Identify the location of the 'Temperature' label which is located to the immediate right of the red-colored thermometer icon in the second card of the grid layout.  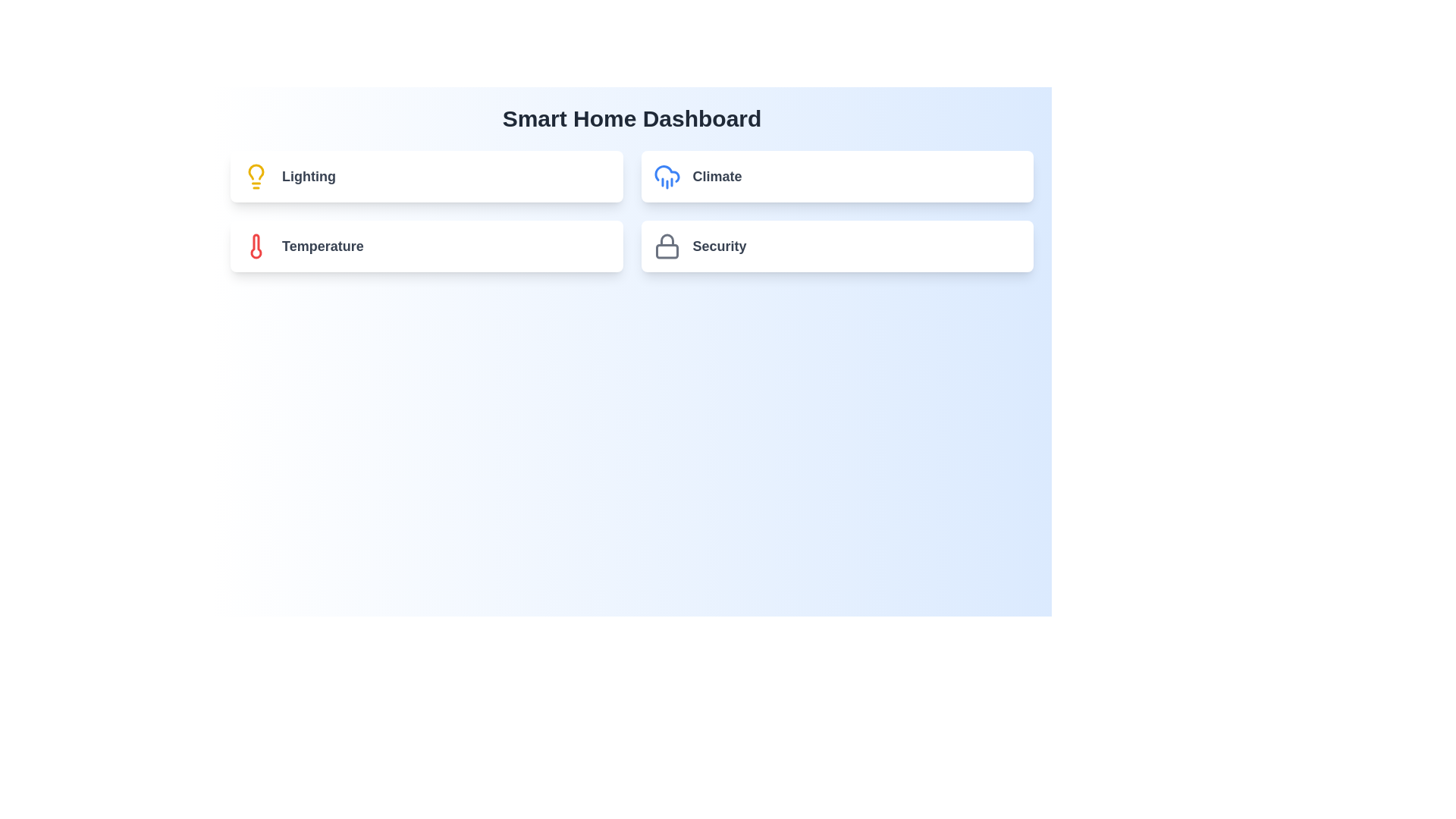
(322, 245).